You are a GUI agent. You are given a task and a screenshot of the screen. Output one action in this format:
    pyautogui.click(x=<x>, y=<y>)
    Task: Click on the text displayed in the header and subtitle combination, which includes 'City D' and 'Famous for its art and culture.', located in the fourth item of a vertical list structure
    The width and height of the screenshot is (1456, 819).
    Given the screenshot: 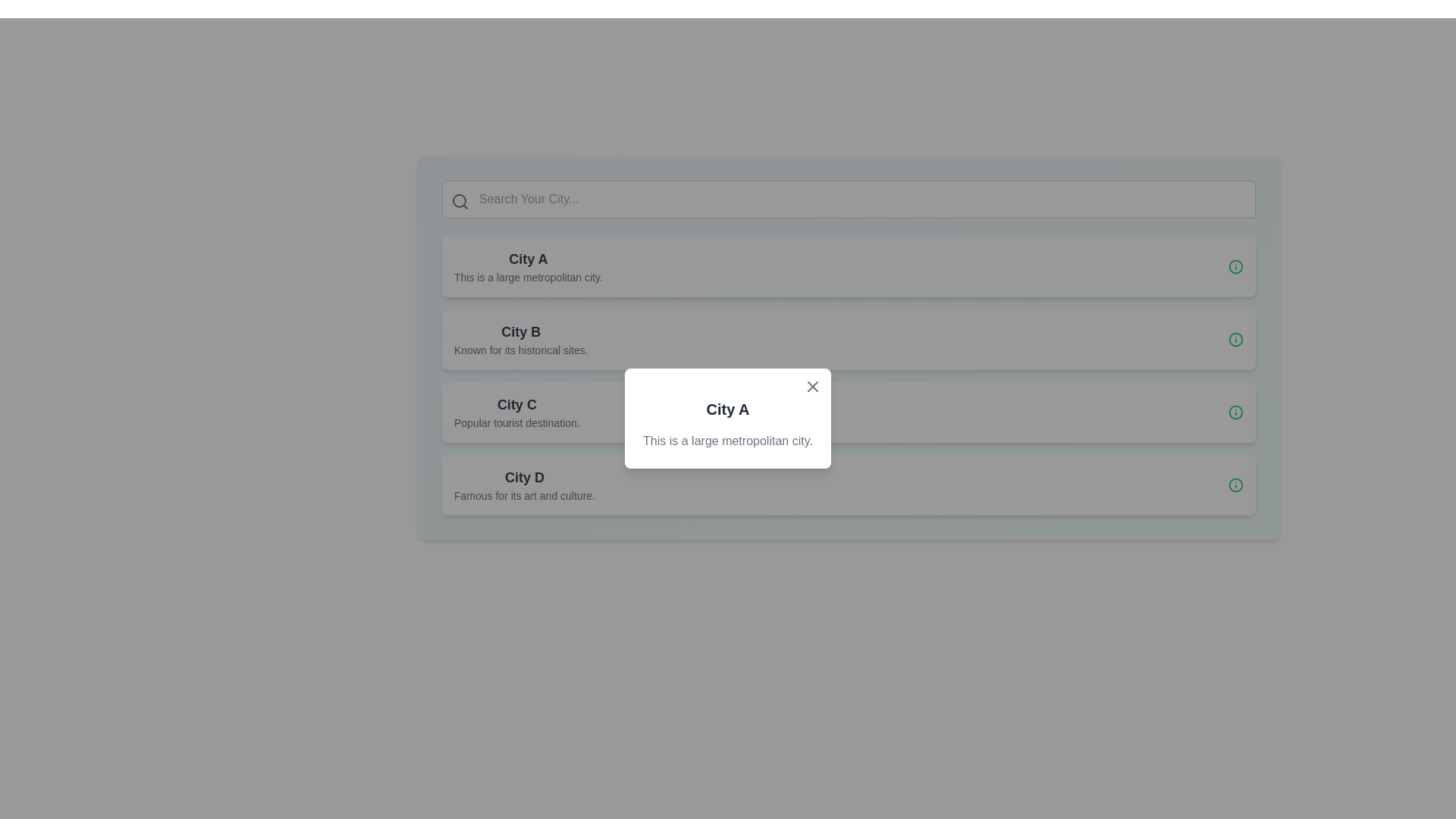 What is the action you would take?
    pyautogui.click(x=524, y=485)
    